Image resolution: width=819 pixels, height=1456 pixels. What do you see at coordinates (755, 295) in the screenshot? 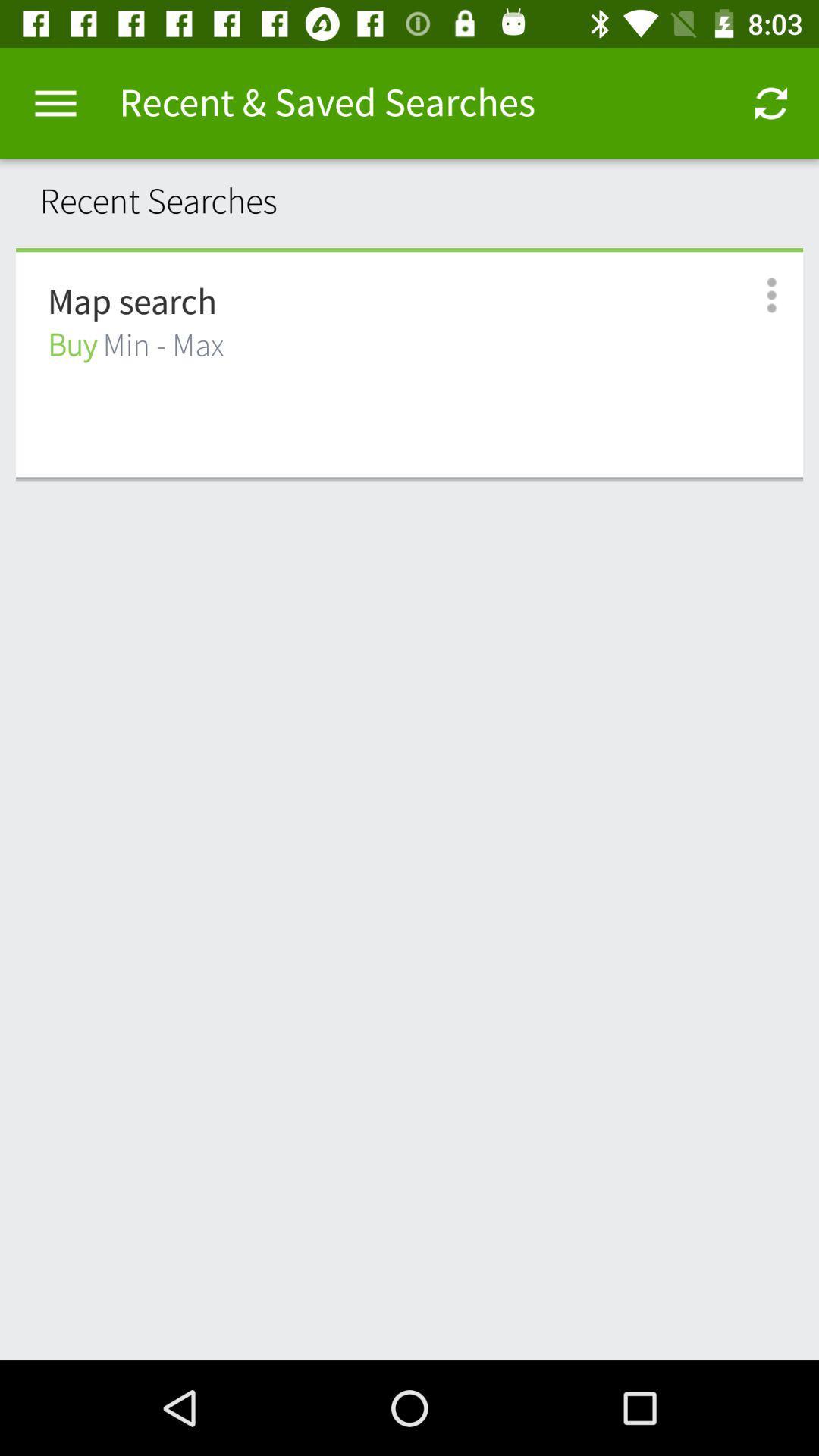
I see `icon to the right of the buy min - max` at bounding box center [755, 295].